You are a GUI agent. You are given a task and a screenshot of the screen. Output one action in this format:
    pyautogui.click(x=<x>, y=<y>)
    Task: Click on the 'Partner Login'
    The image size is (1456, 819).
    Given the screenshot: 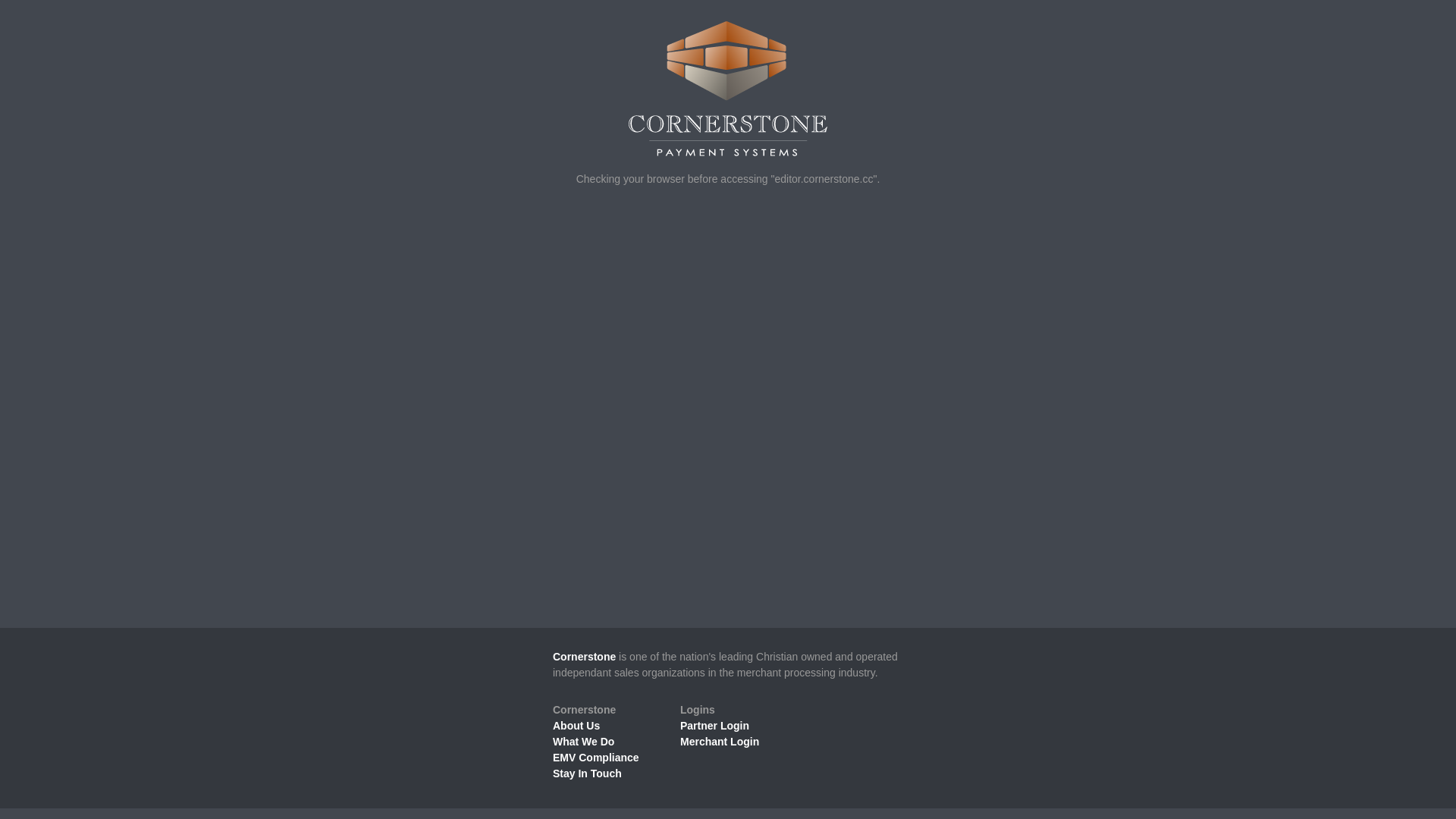 What is the action you would take?
    pyautogui.click(x=679, y=724)
    